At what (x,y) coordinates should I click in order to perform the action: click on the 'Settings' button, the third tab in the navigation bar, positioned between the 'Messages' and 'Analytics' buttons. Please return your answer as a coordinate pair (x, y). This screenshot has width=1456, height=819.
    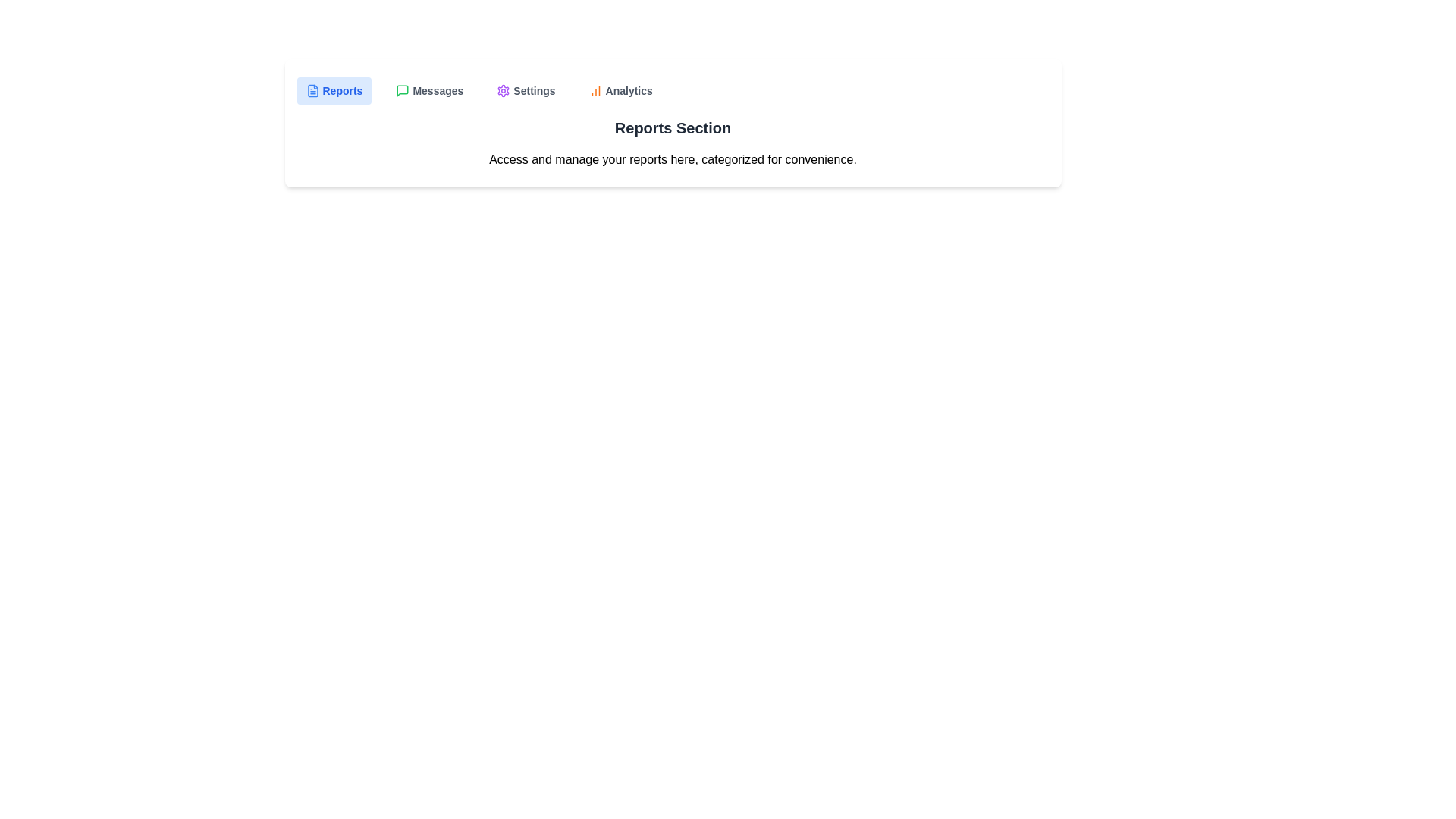
    Looking at the image, I should click on (526, 90).